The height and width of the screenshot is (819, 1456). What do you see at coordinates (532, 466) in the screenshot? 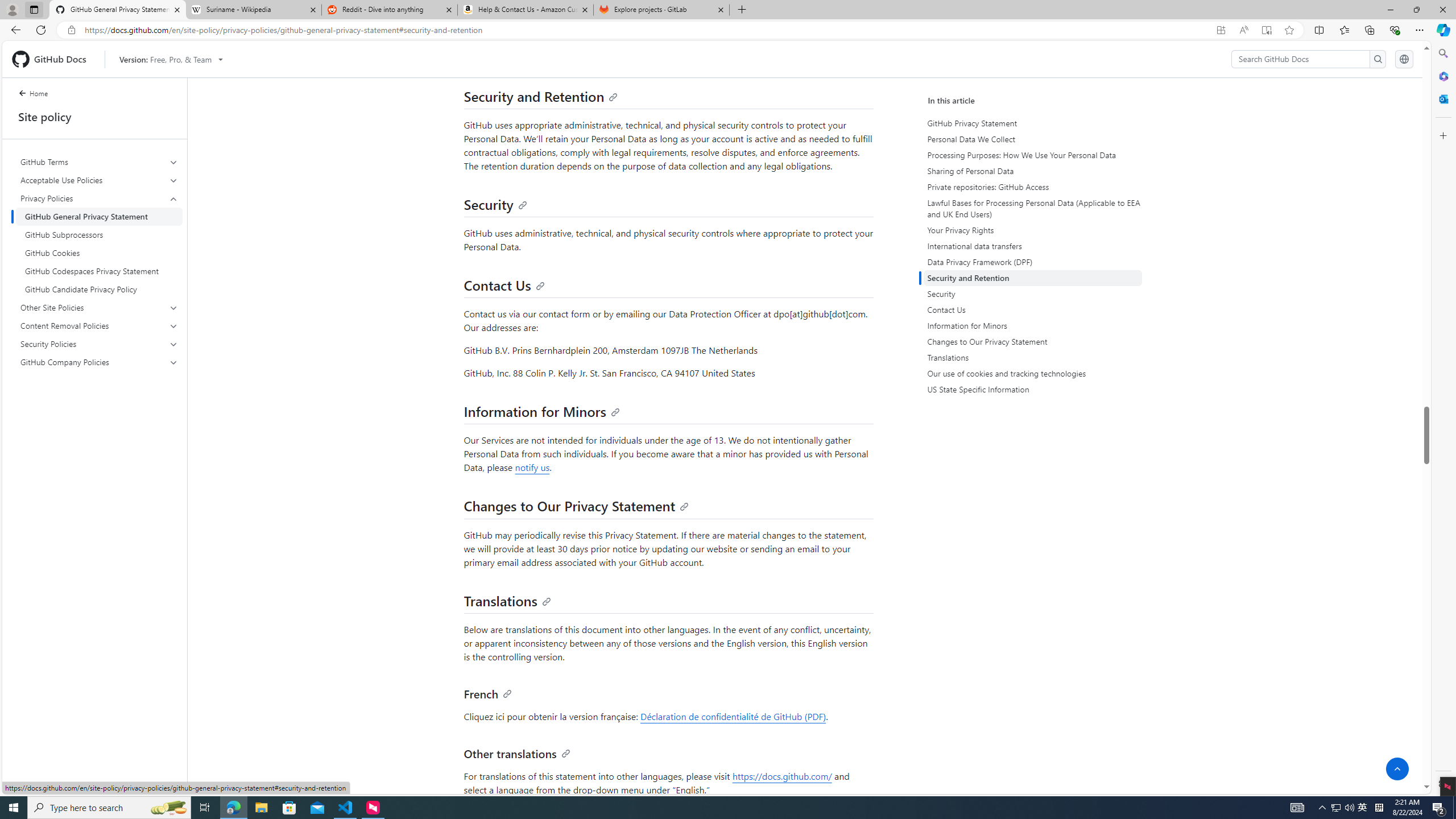
I see `'notify us'` at bounding box center [532, 466].